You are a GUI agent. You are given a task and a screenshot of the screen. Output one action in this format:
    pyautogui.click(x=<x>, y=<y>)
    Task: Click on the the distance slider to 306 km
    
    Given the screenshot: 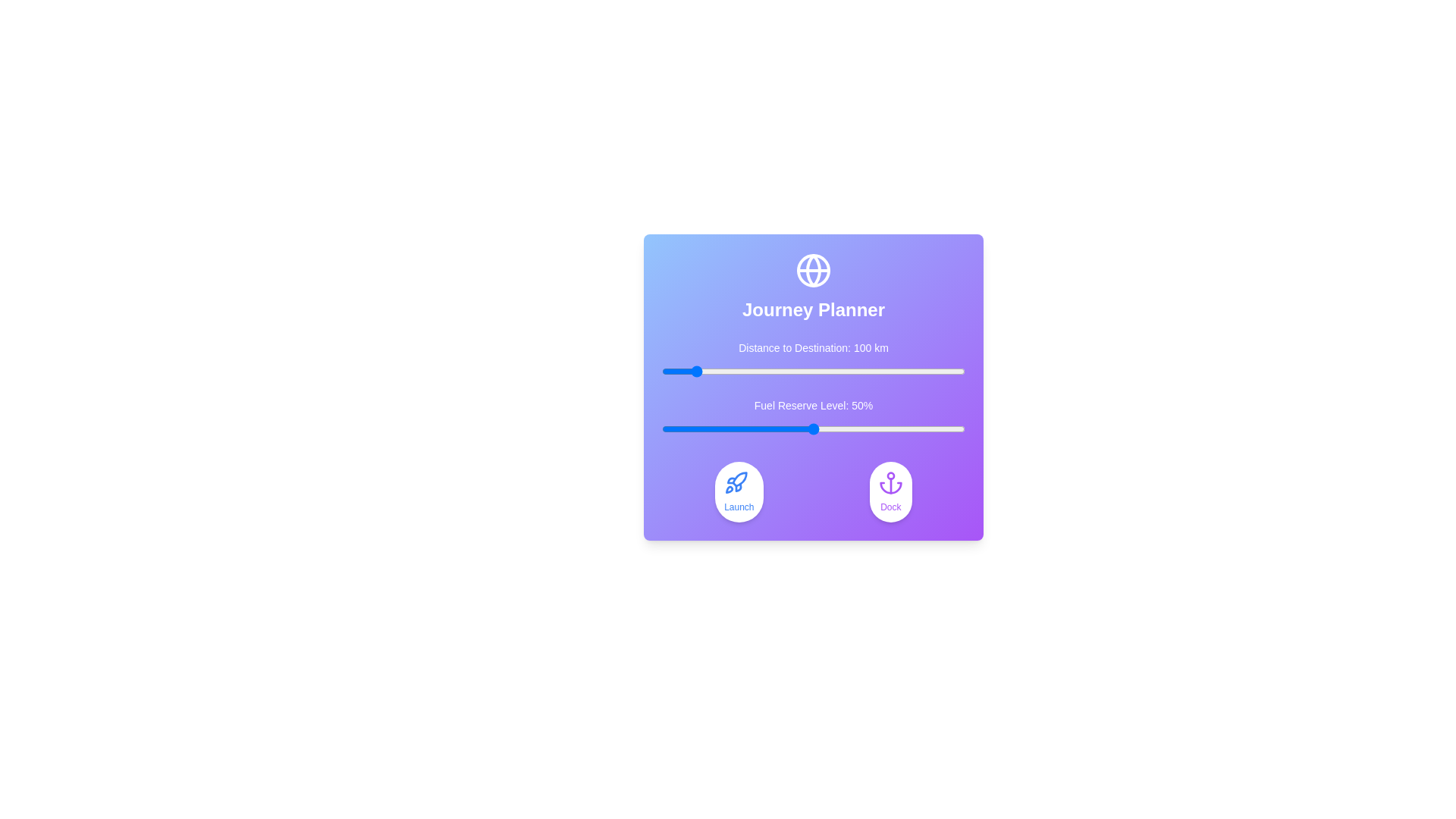 What is the action you would take?
    pyautogui.click(x=755, y=371)
    